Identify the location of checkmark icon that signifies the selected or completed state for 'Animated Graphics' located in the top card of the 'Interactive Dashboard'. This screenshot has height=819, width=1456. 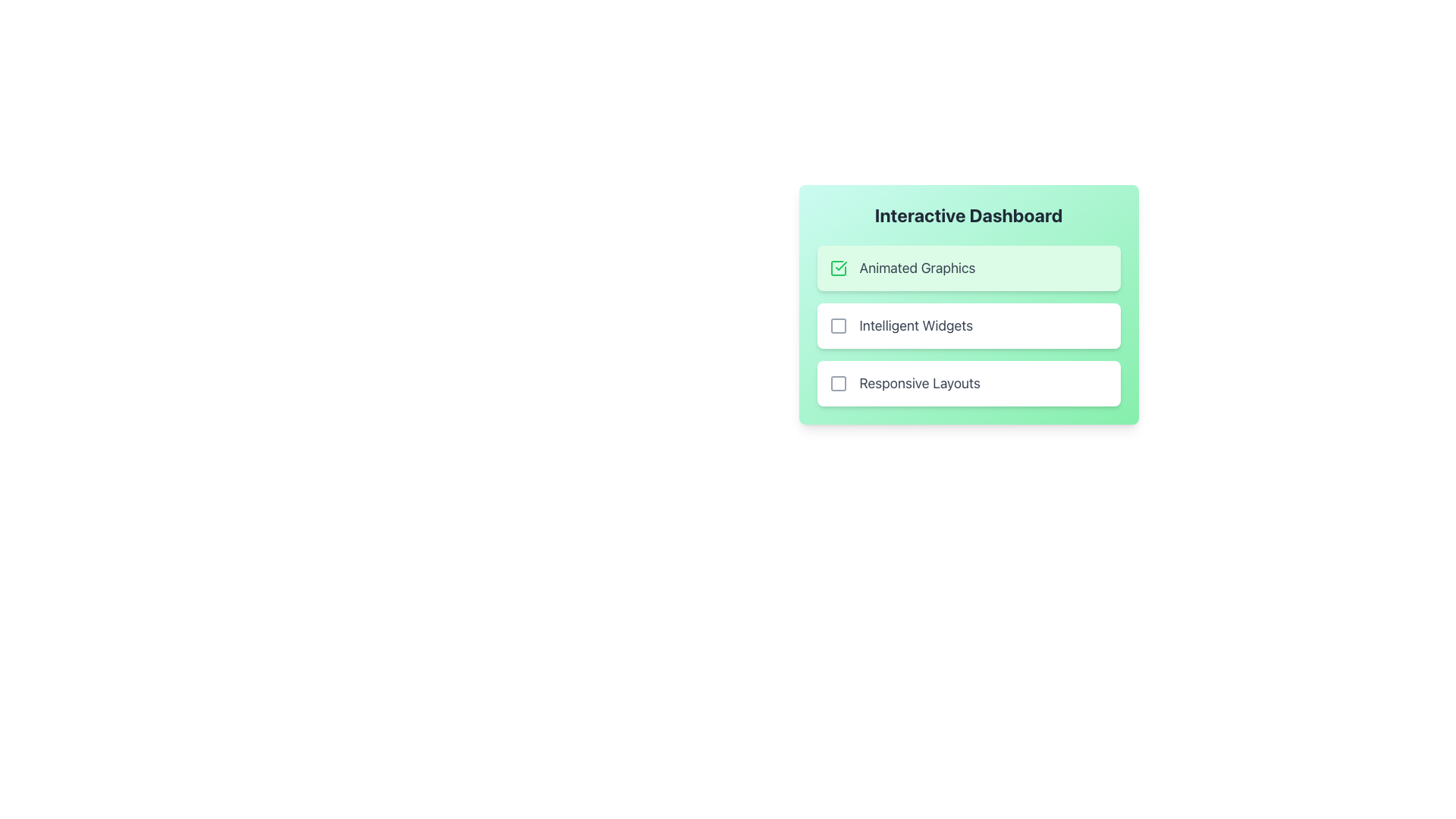
(839, 265).